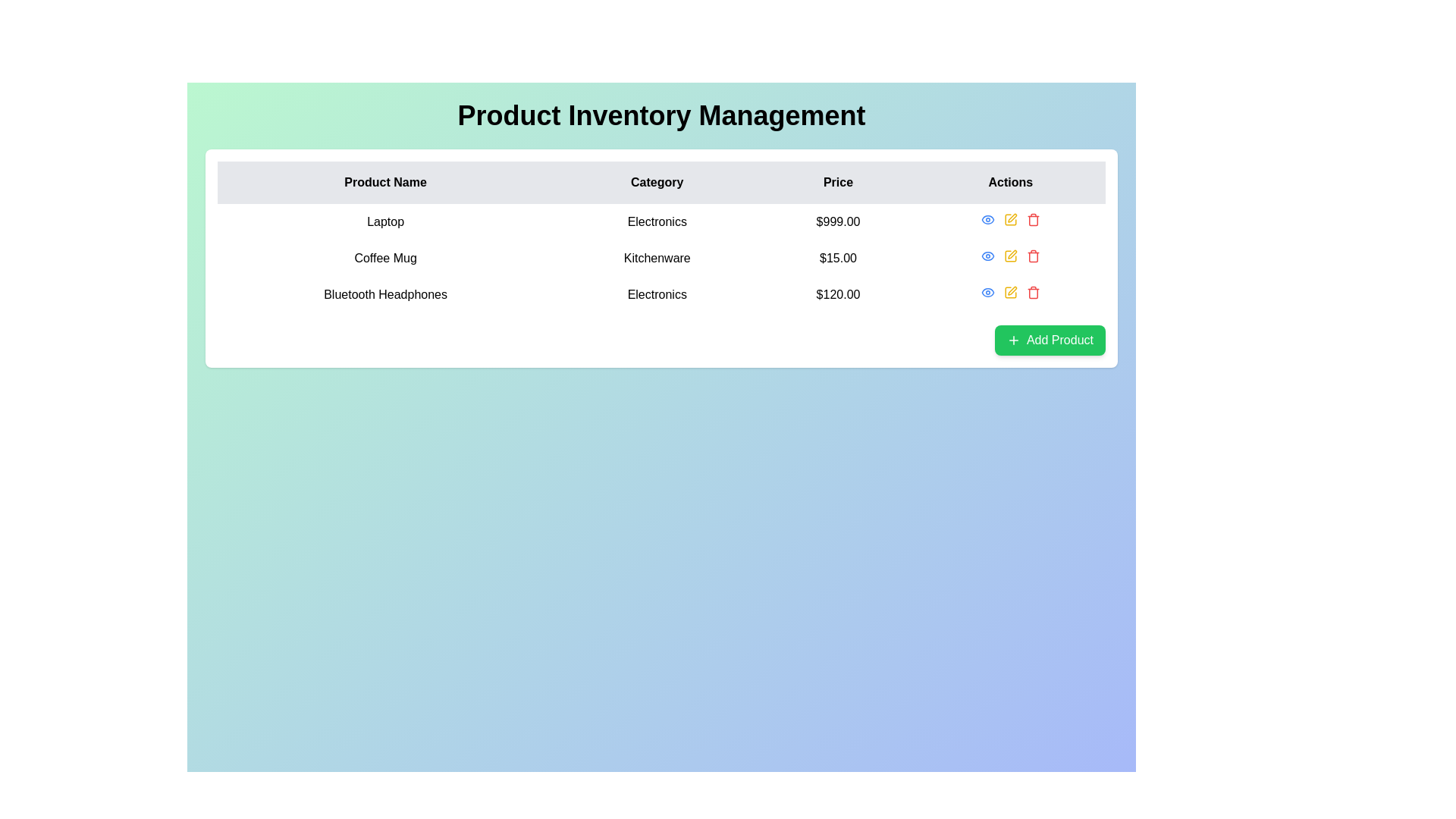 The width and height of the screenshot is (1456, 819). What do you see at coordinates (1012, 253) in the screenshot?
I see `the 'Edit' icon in the 'Actions' column associated with the second row for the product 'Coffee Mug'` at bounding box center [1012, 253].